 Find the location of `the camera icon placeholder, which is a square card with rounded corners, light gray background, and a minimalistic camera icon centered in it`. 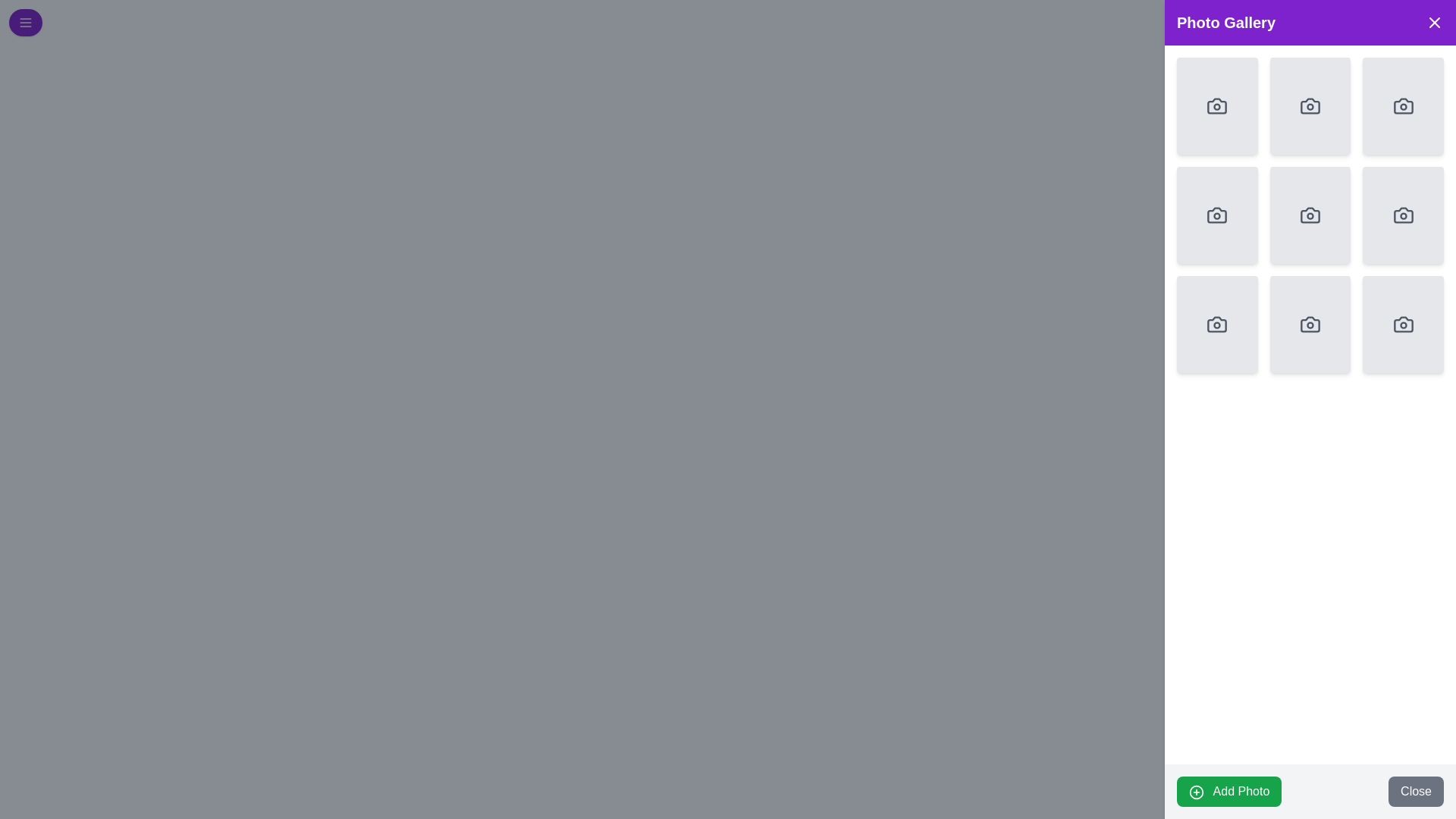

the camera icon placeholder, which is a square card with rounded corners, light gray background, and a minimalistic camera icon centered in it is located at coordinates (1217, 105).